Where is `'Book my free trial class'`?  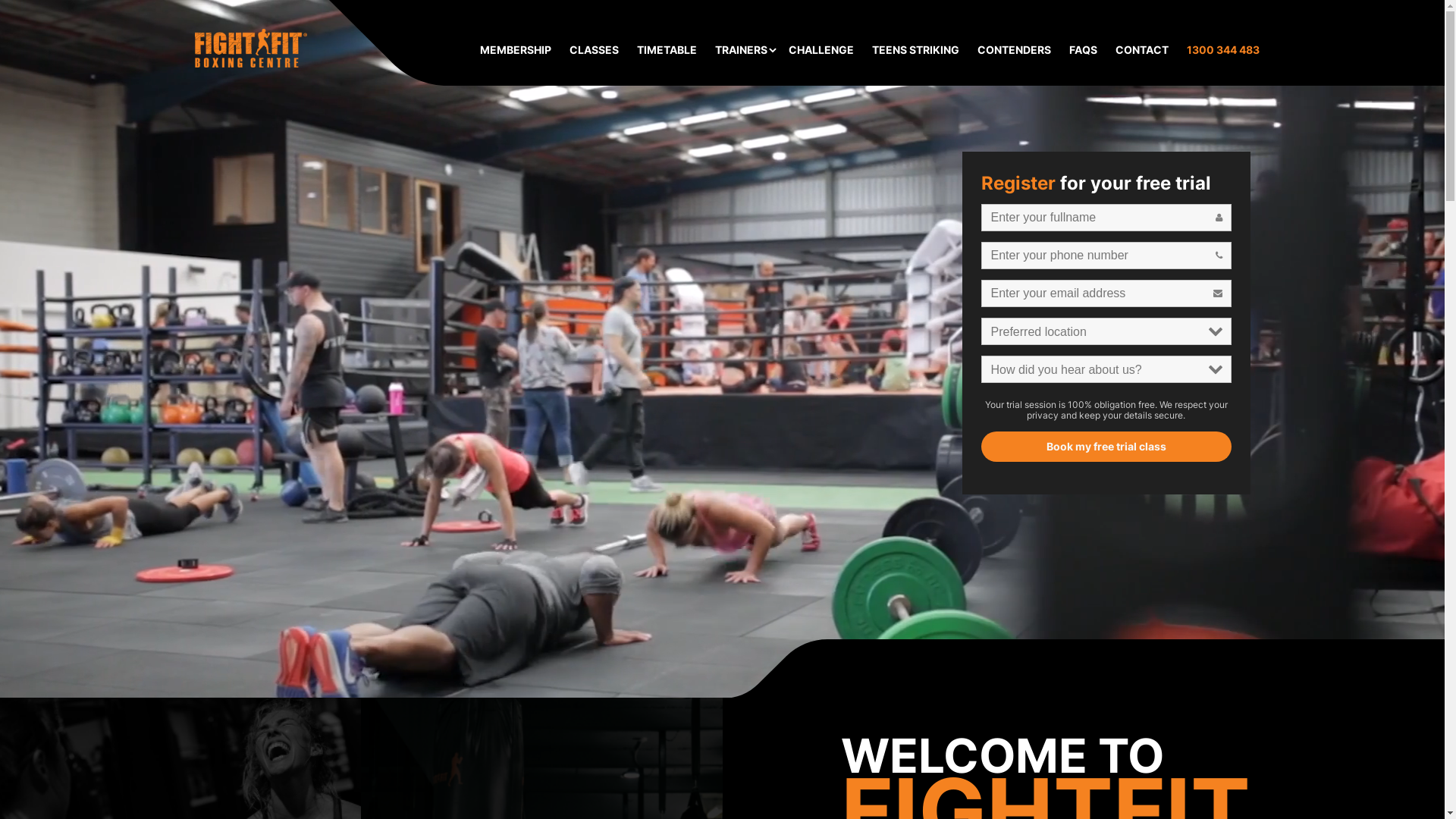 'Book my free trial class' is located at coordinates (722, 532).